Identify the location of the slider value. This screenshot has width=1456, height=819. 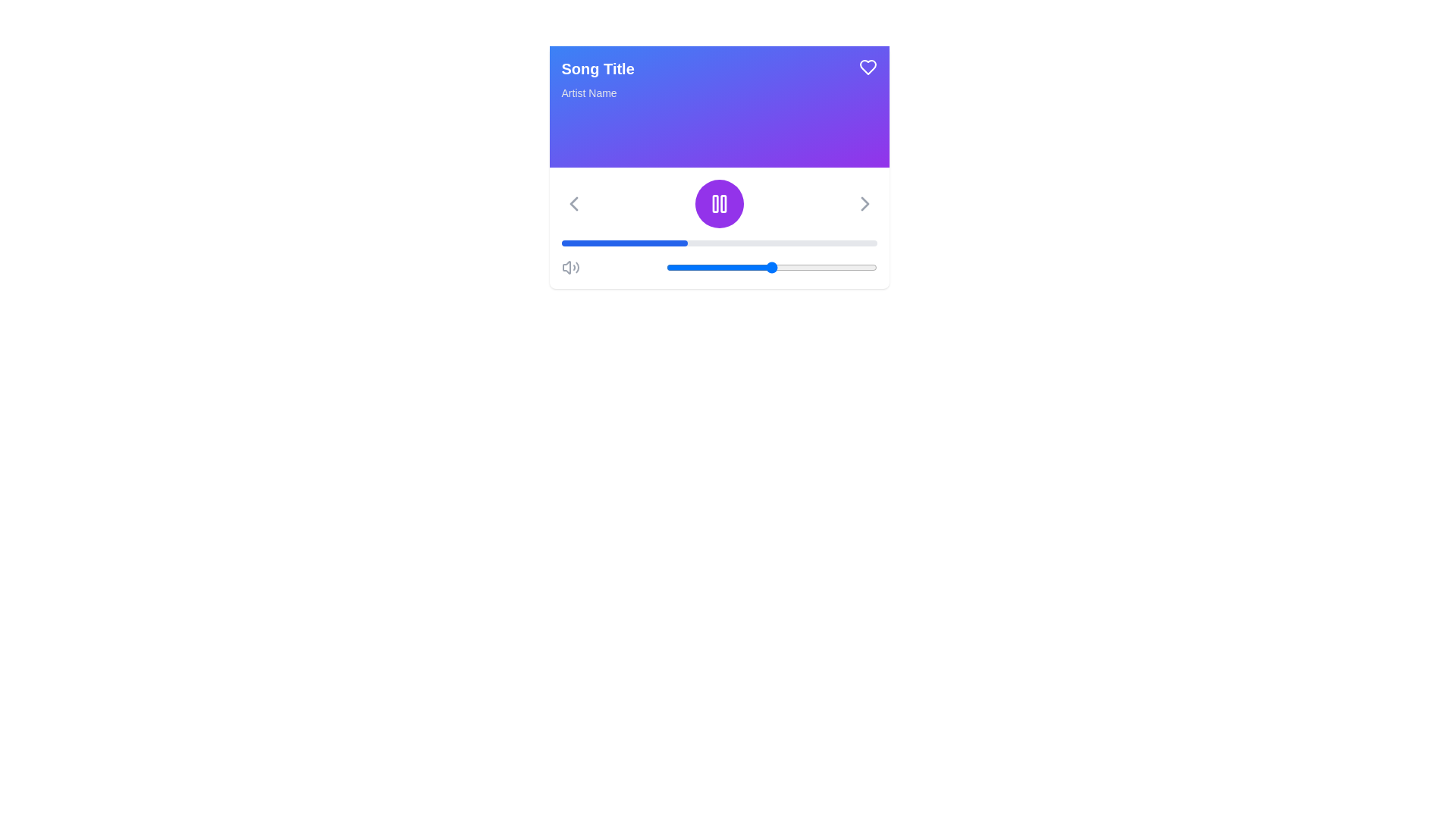
(827, 267).